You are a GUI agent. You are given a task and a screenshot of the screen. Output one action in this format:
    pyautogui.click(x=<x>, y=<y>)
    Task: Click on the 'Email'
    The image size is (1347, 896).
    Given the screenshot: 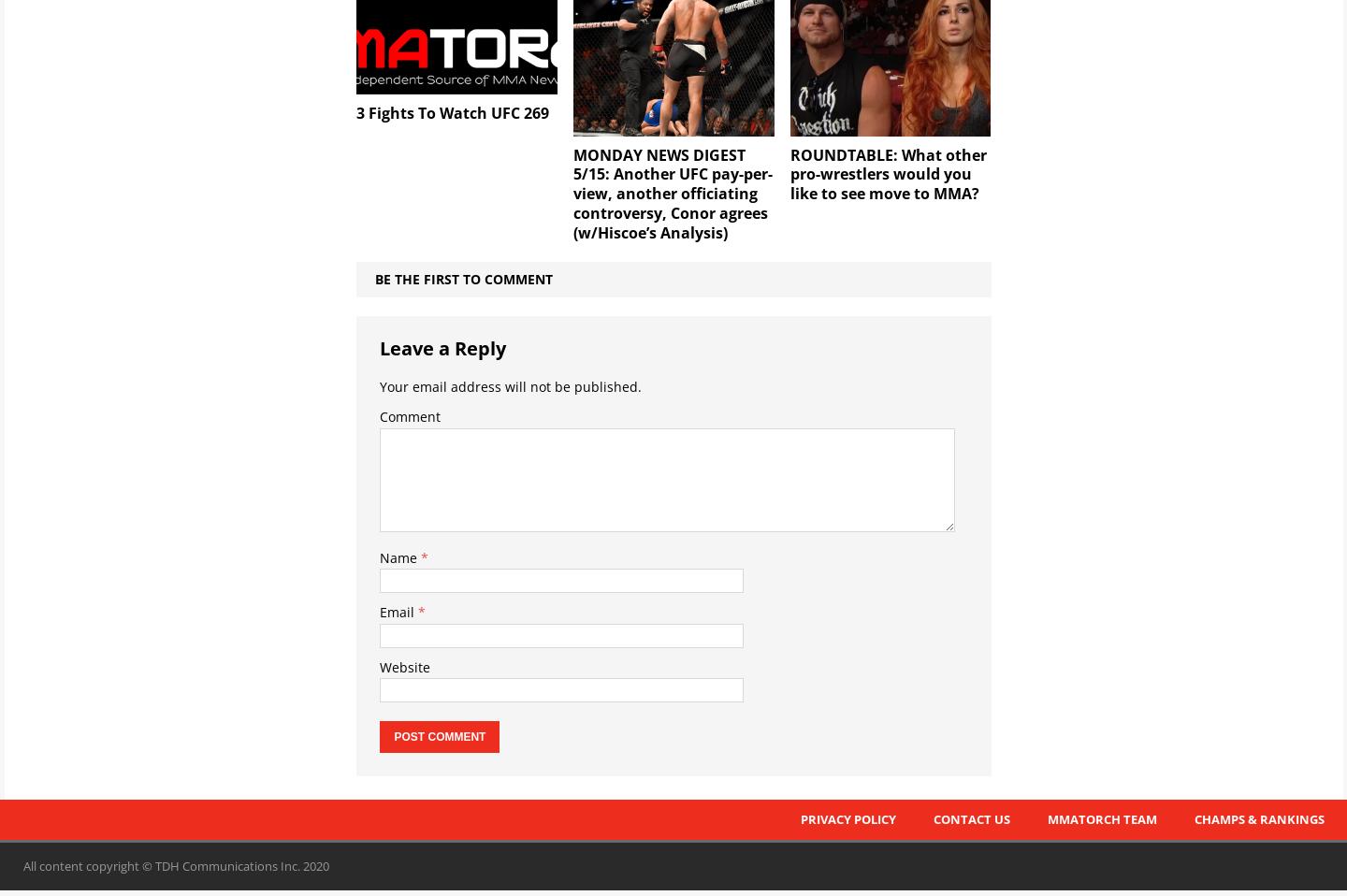 What is the action you would take?
    pyautogui.click(x=398, y=611)
    